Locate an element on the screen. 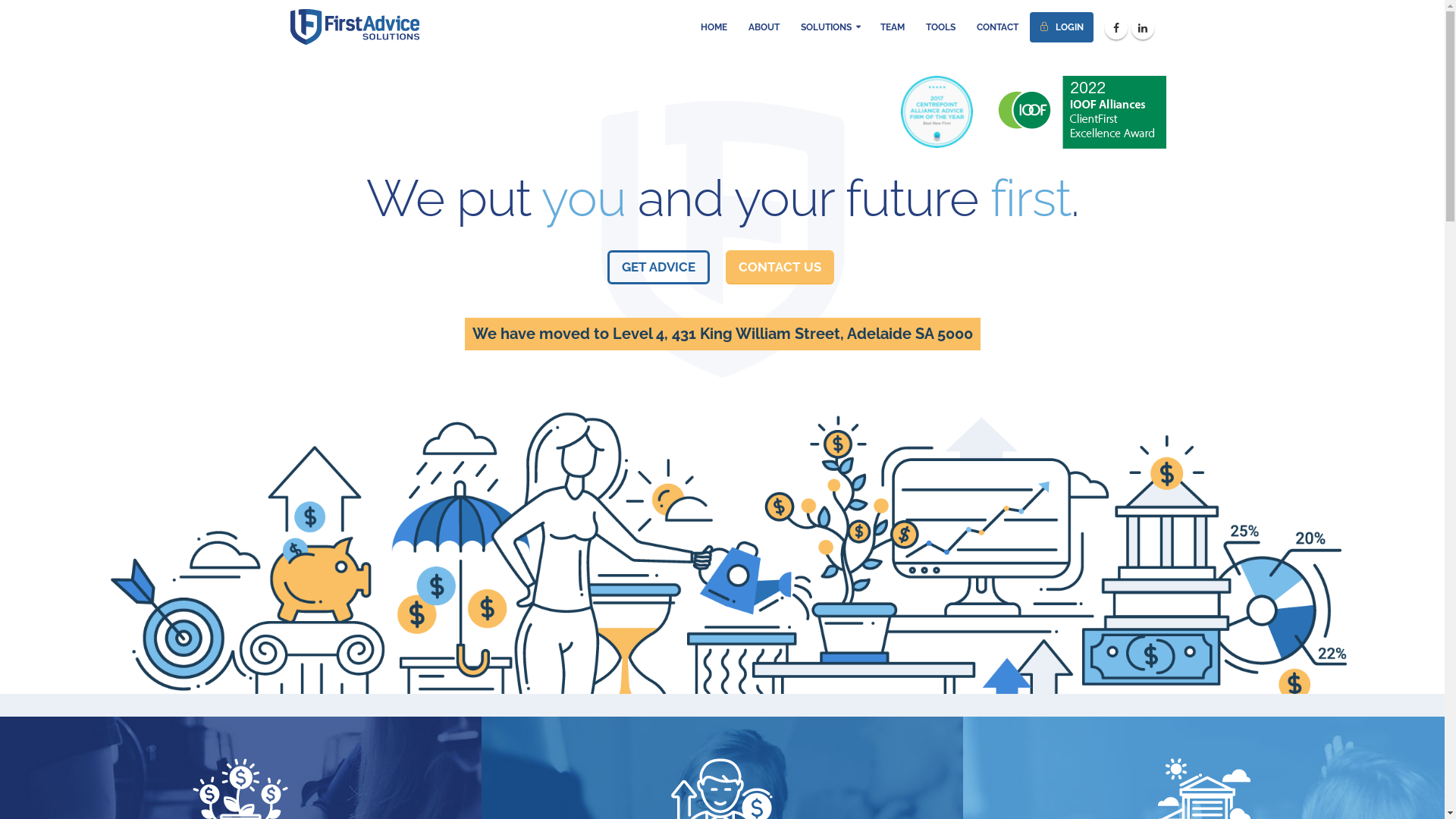 Image resolution: width=1456 pixels, height=819 pixels. 'Facebook' is located at coordinates (1103, 28).